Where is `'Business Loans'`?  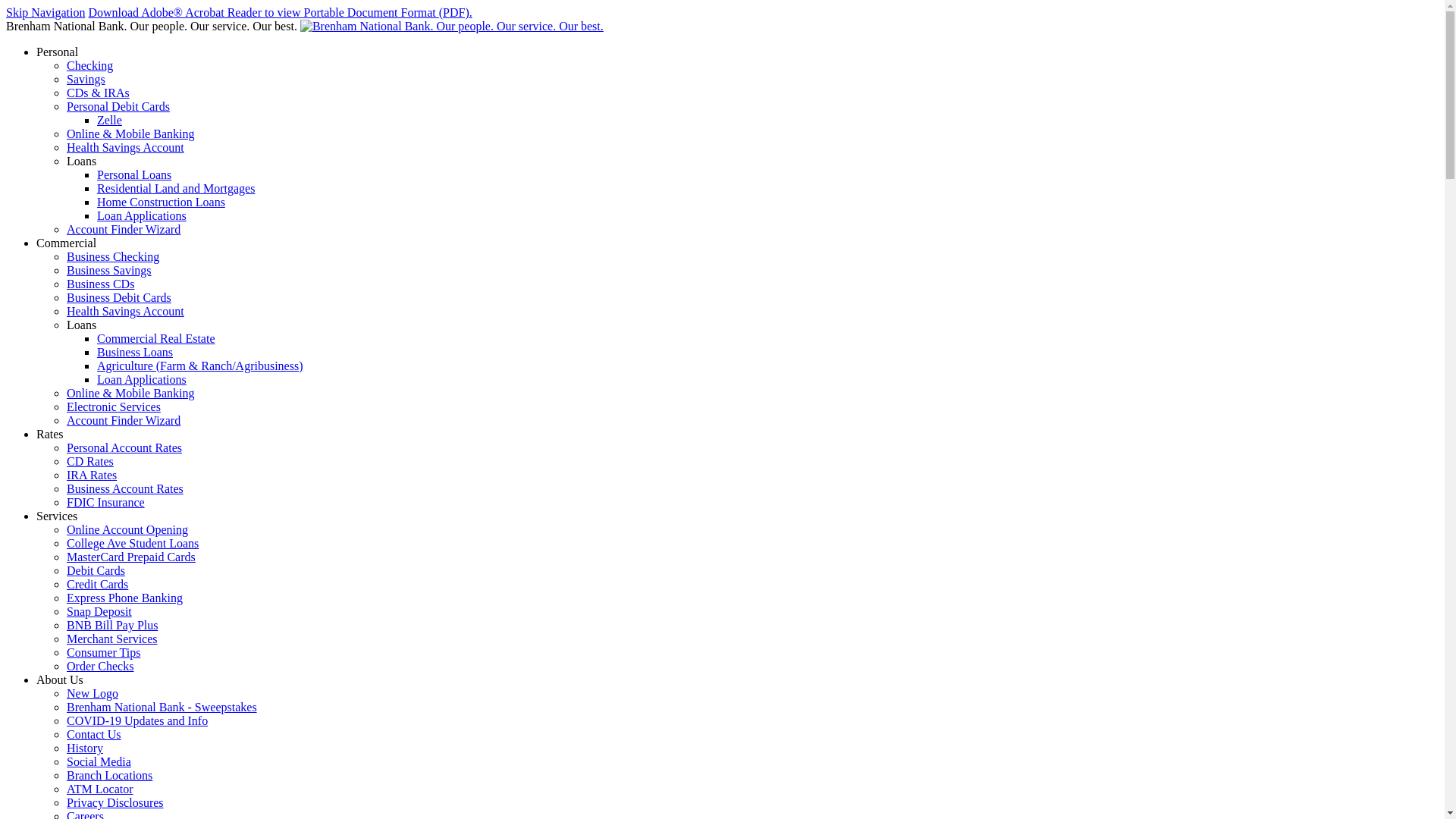 'Business Loans' is located at coordinates (134, 352).